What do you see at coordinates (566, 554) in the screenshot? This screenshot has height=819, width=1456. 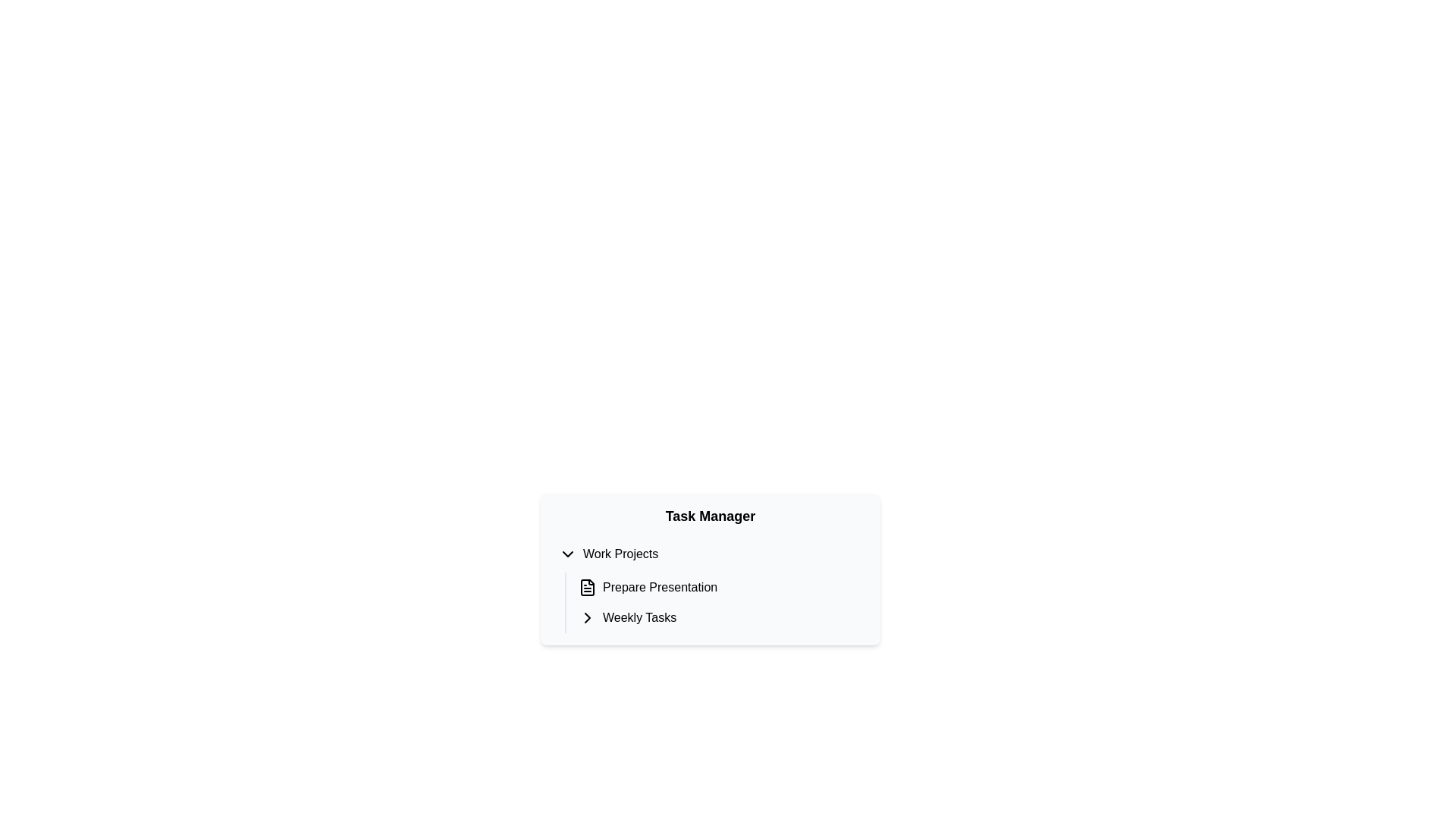 I see `the downward-pointing chevron icon next to the 'Work Projects' text` at bounding box center [566, 554].